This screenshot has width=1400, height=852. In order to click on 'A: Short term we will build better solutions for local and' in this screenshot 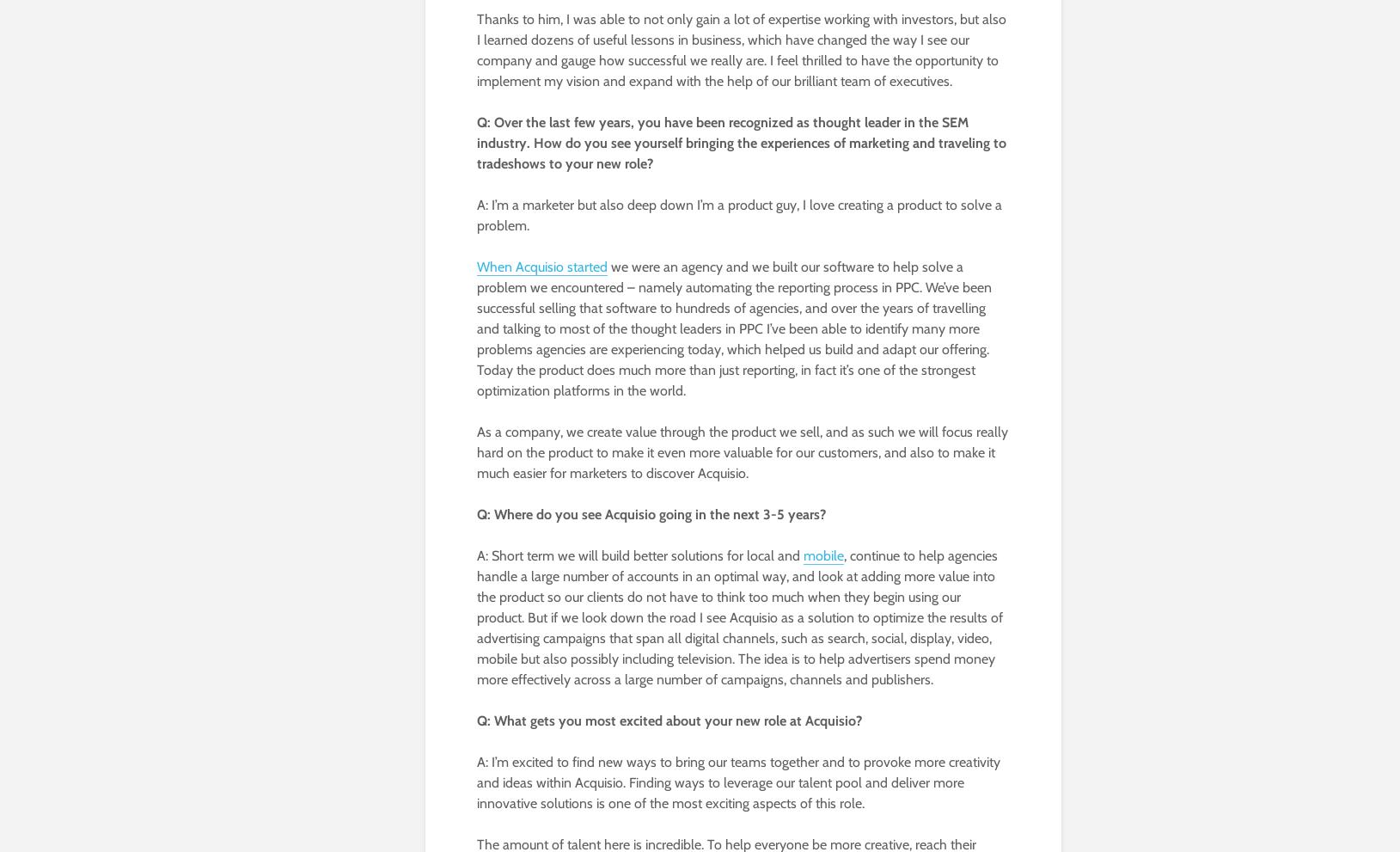, I will do `click(638, 555)`.